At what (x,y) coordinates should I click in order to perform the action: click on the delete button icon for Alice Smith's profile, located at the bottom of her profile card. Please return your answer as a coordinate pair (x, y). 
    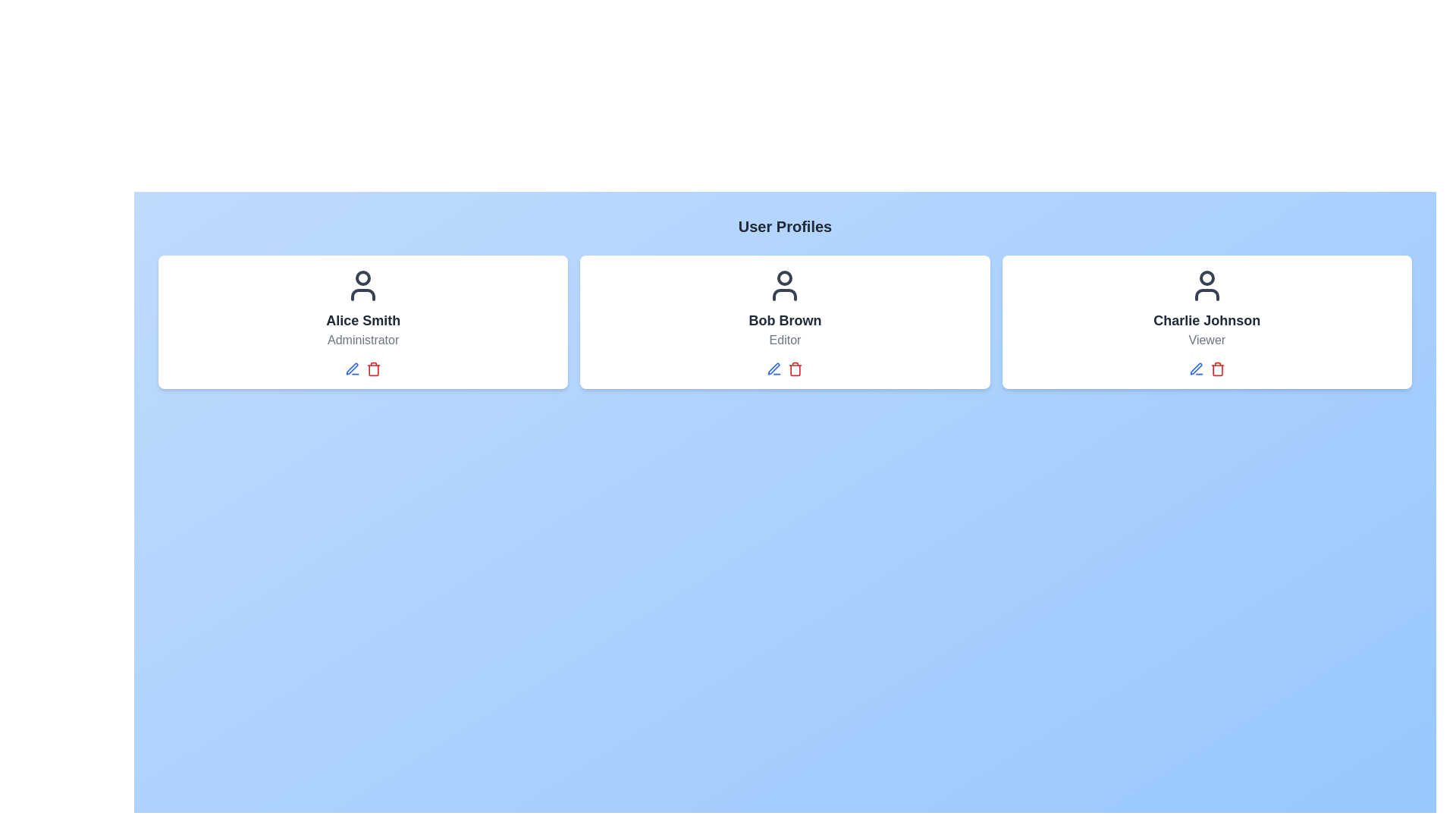
    Looking at the image, I should click on (374, 369).